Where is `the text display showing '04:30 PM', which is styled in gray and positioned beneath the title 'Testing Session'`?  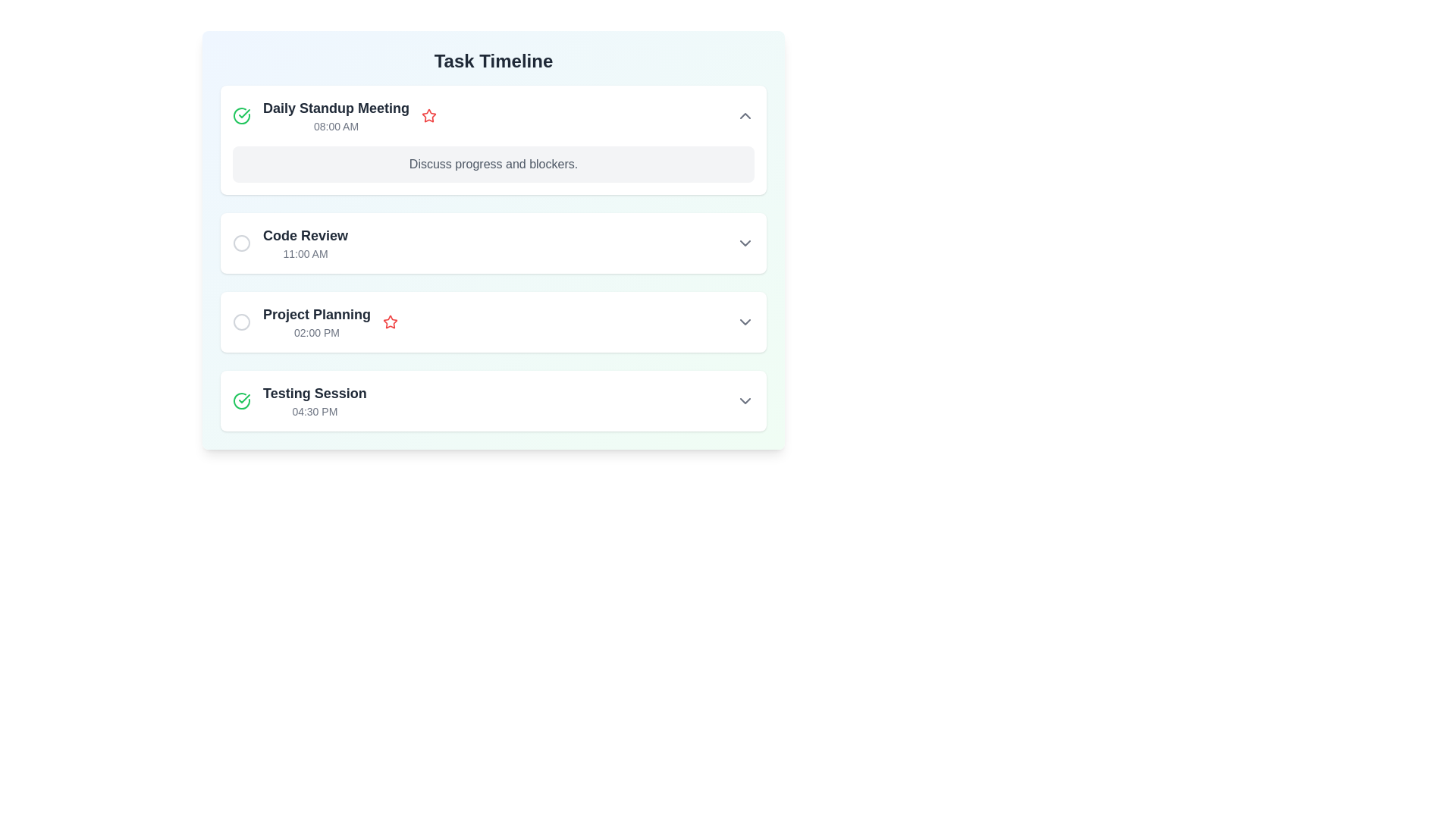 the text display showing '04:30 PM', which is styled in gray and positioned beneath the title 'Testing Session' is located at coordinates (314, 412).